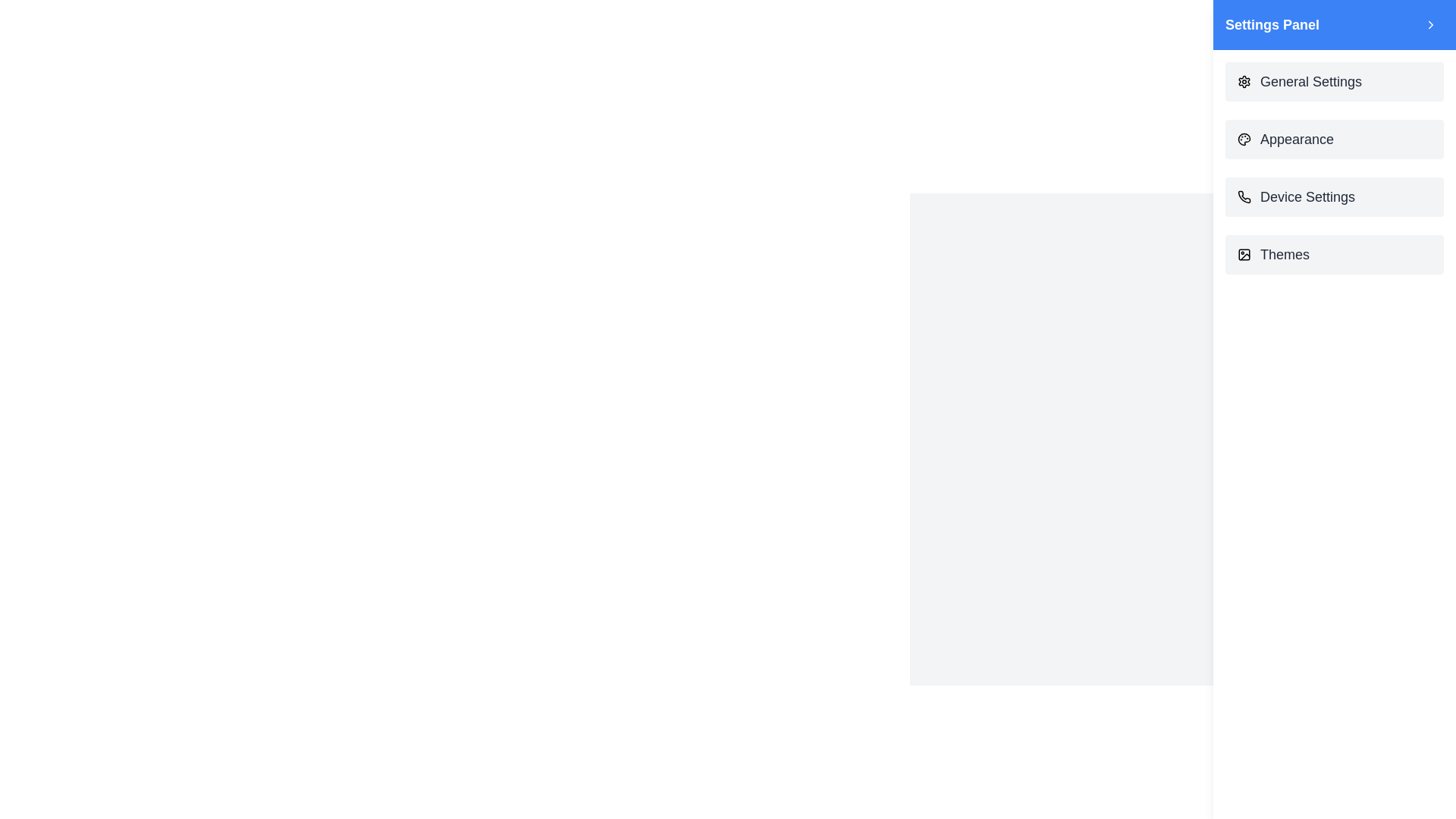 Image resolution: width=1456 pixels, height=819 pixels. Describe the element at coordinates (1335, 253) in the screenshot. I see `the 'Themes' button, a rectangular button with rounded corners and a light gray background` at that location.